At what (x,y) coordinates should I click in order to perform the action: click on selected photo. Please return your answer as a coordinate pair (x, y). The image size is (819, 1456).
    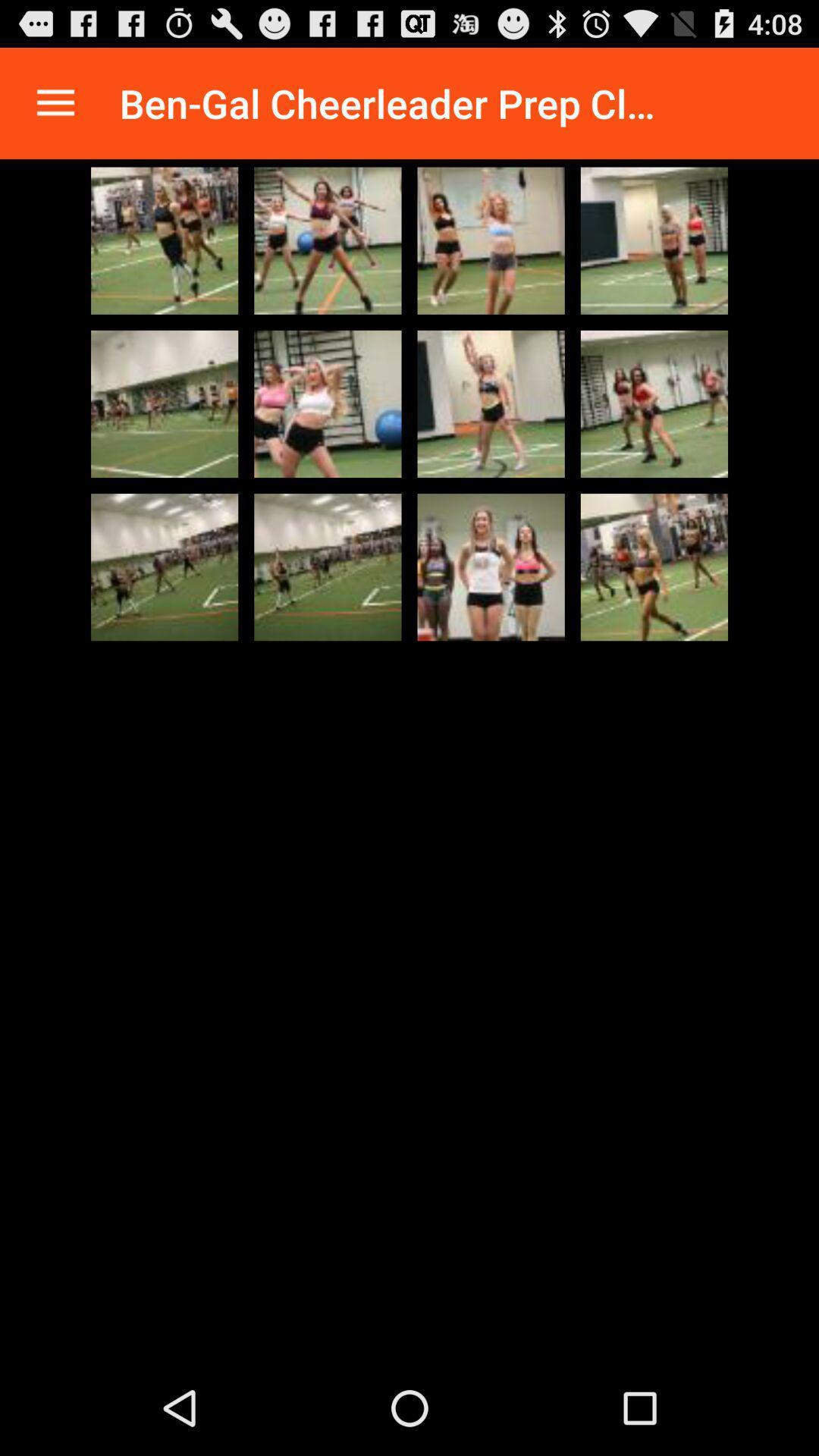
    Looking at the image, I should click on (165, 240).